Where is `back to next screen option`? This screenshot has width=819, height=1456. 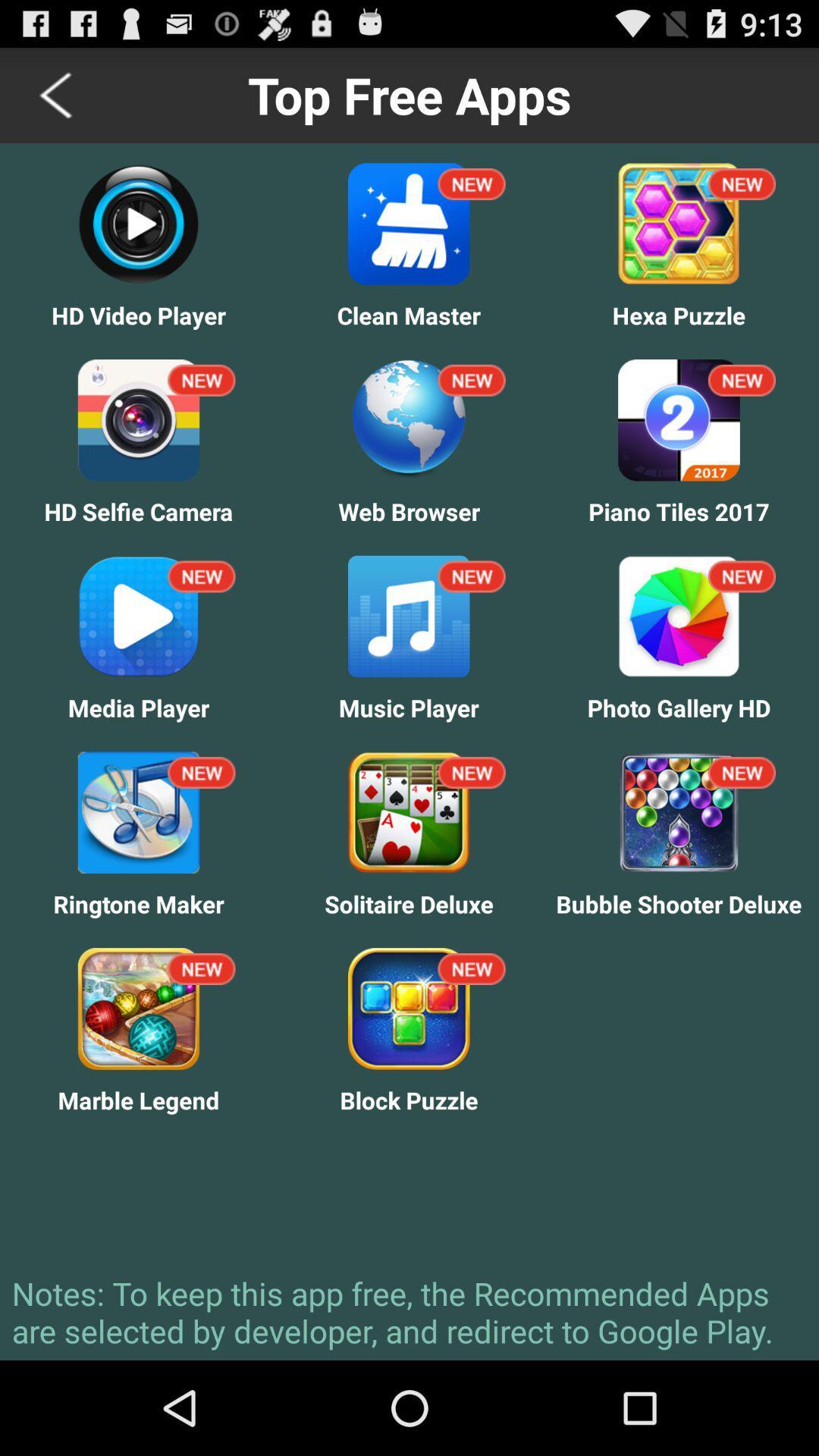
back to next screen option is located at coordinates (57, 94).